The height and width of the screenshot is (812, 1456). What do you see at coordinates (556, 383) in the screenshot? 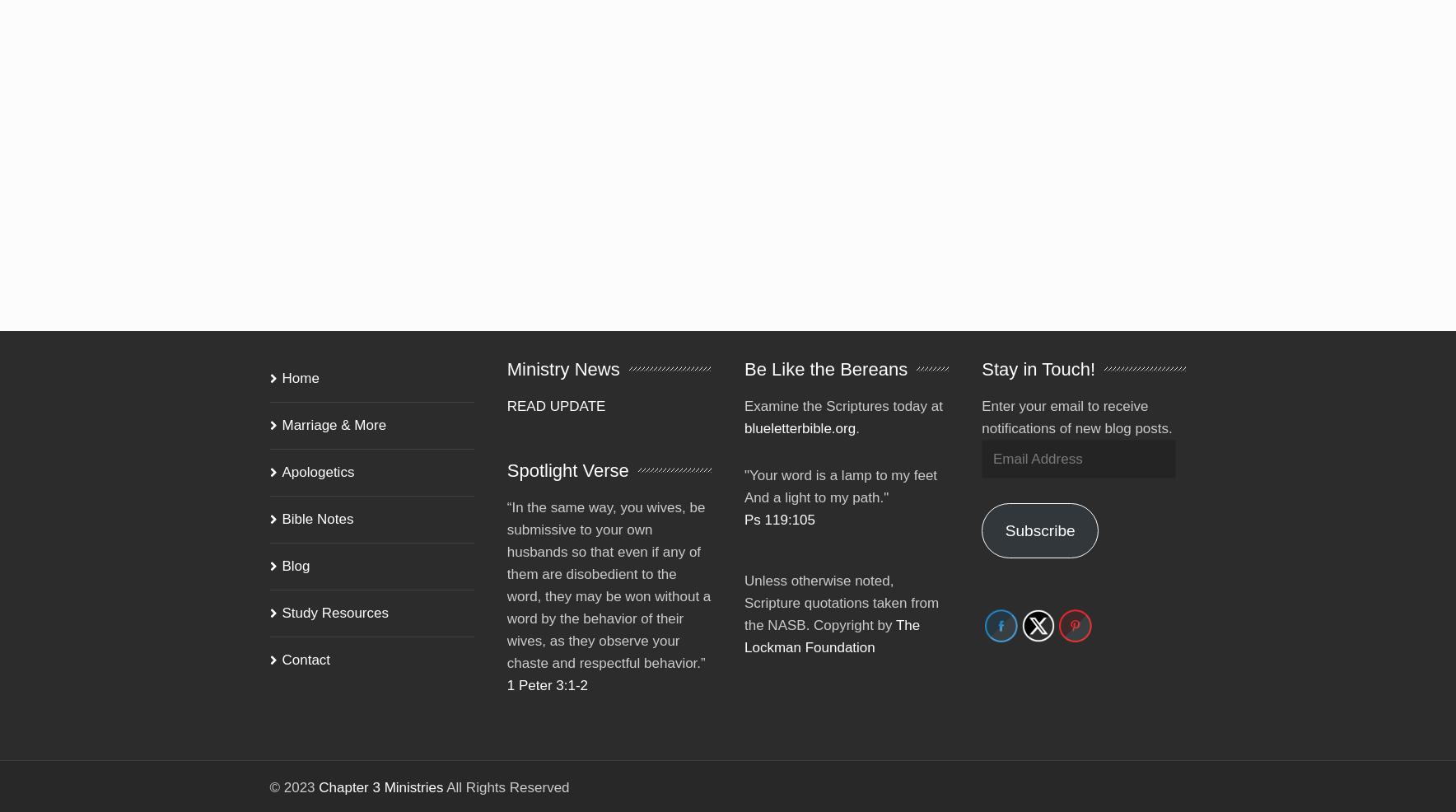
I see `'READ UPDATE'` at bounding box center [556, 383].